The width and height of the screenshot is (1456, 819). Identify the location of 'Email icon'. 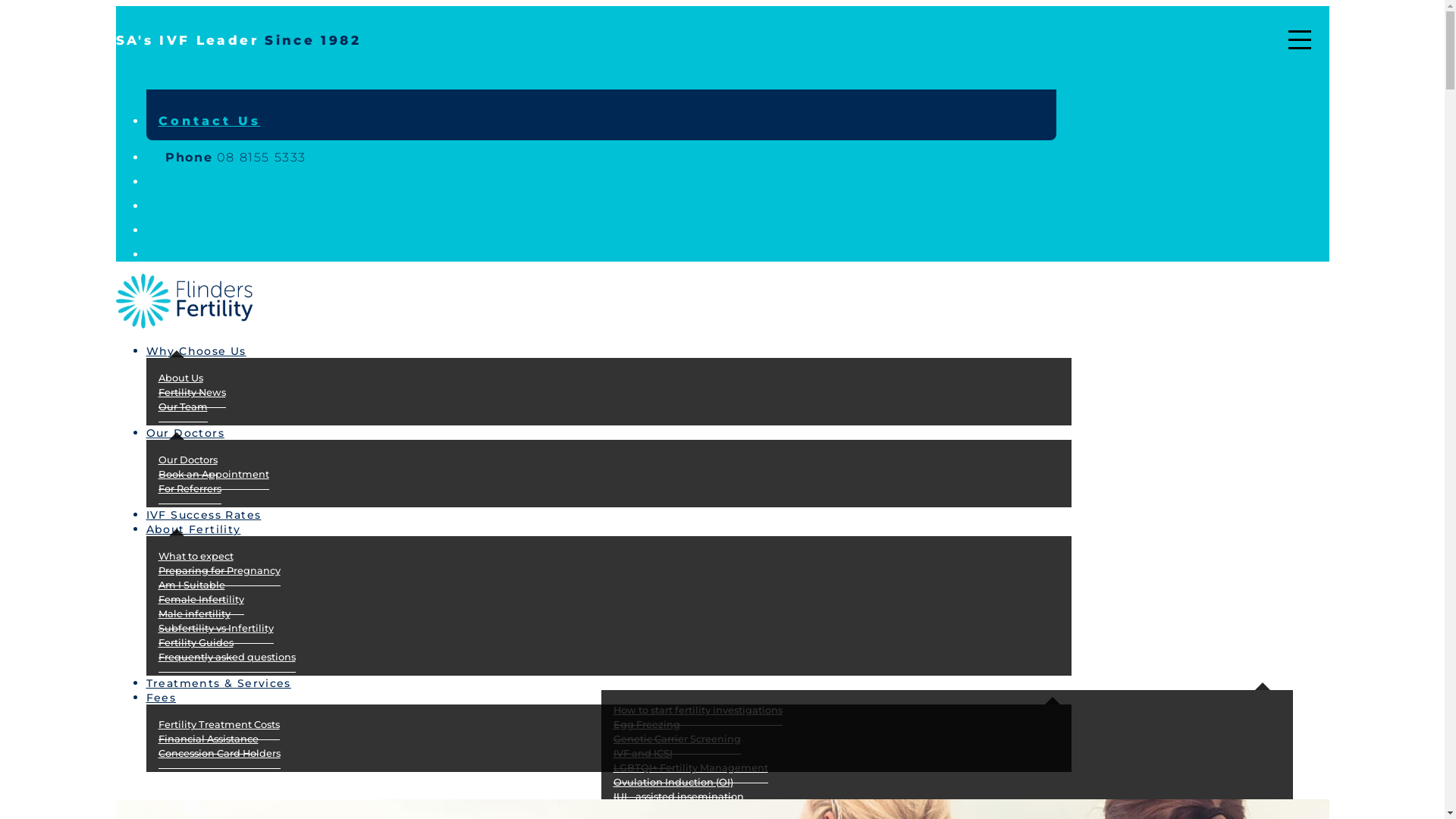
(146, 206).